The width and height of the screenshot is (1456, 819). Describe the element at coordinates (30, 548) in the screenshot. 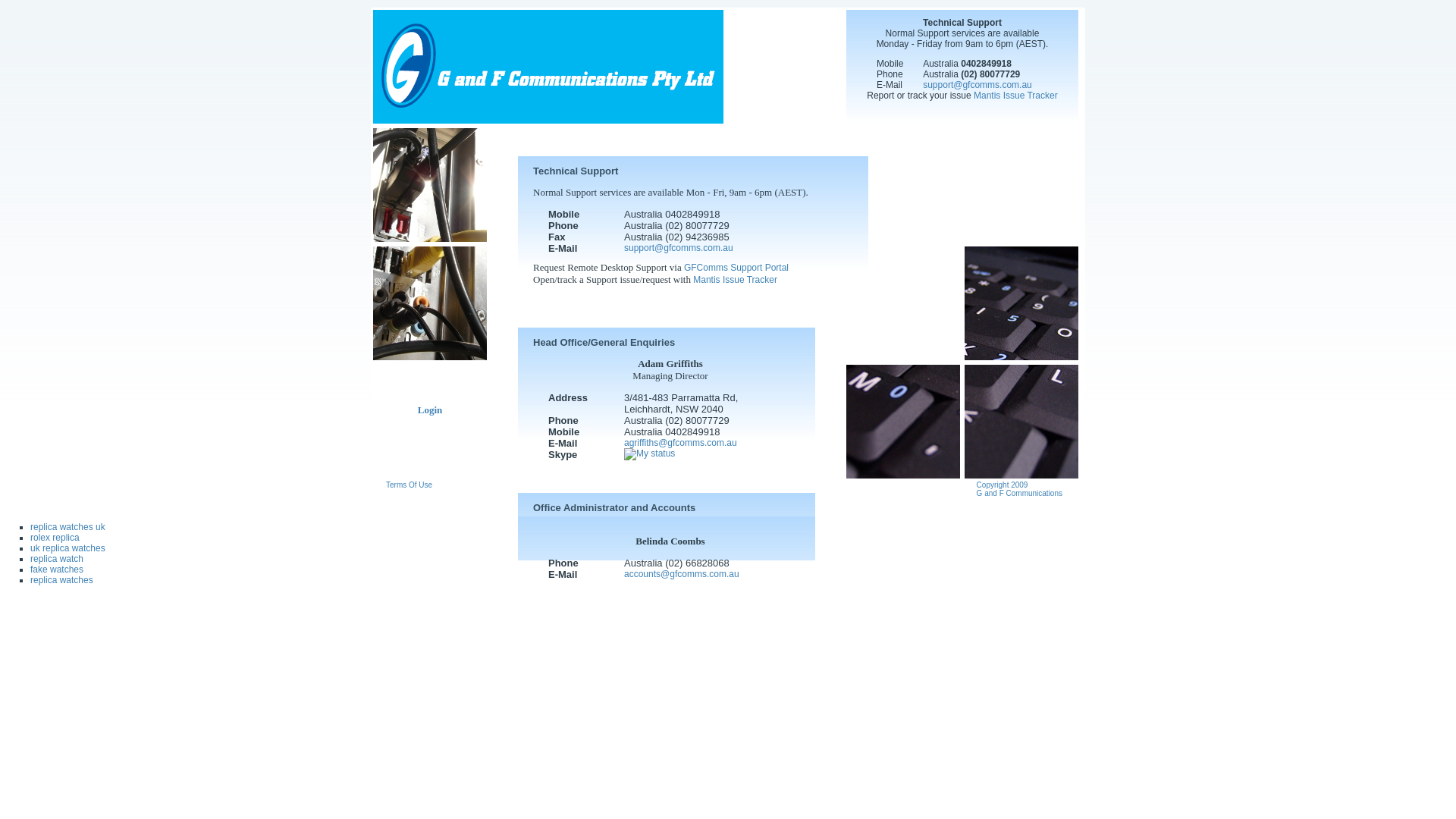

I see `'uk replica watches'` at that location.